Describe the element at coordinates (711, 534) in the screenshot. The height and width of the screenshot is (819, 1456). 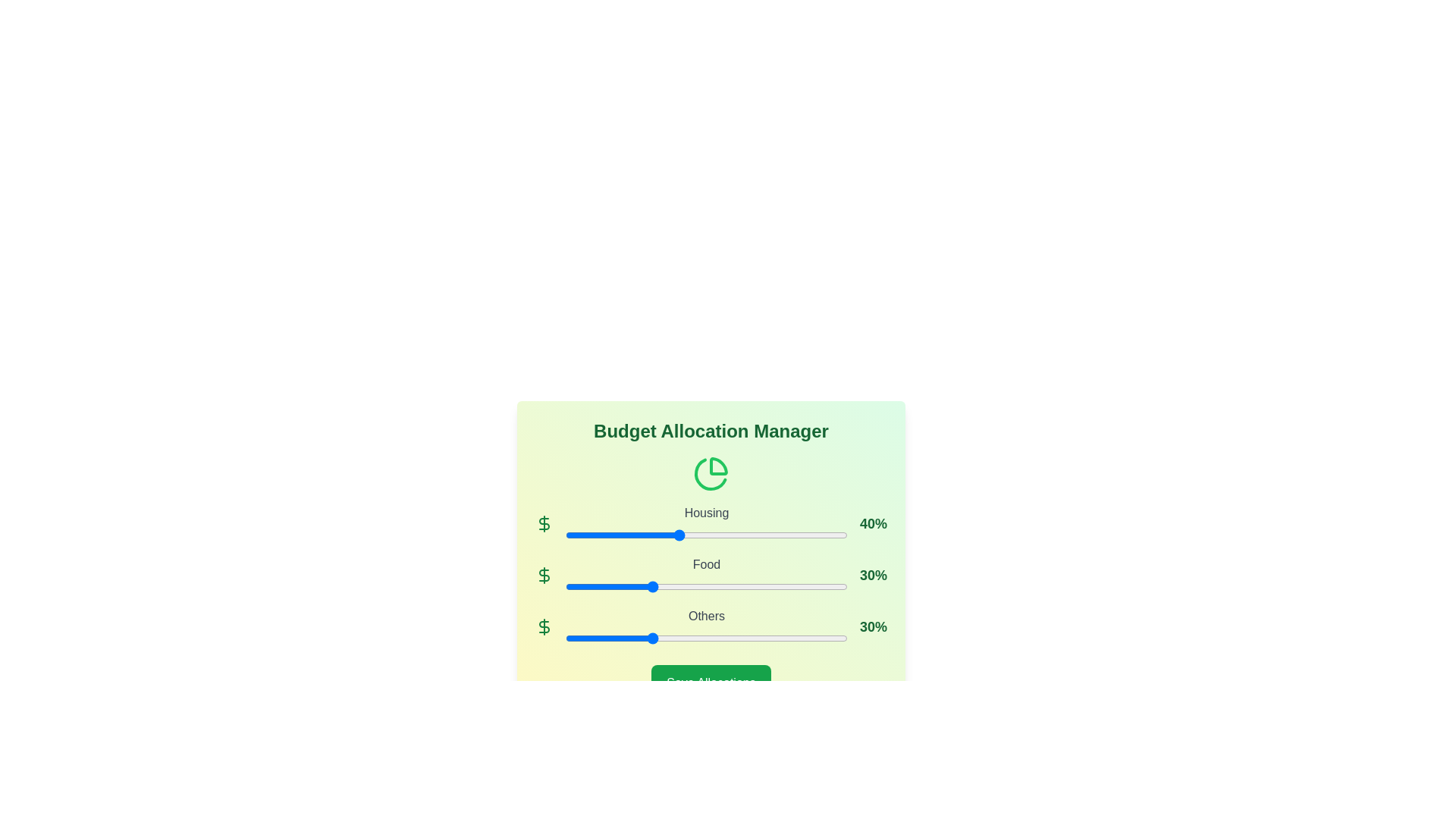
I see `the Housing allocation slider to 52%` at that location.